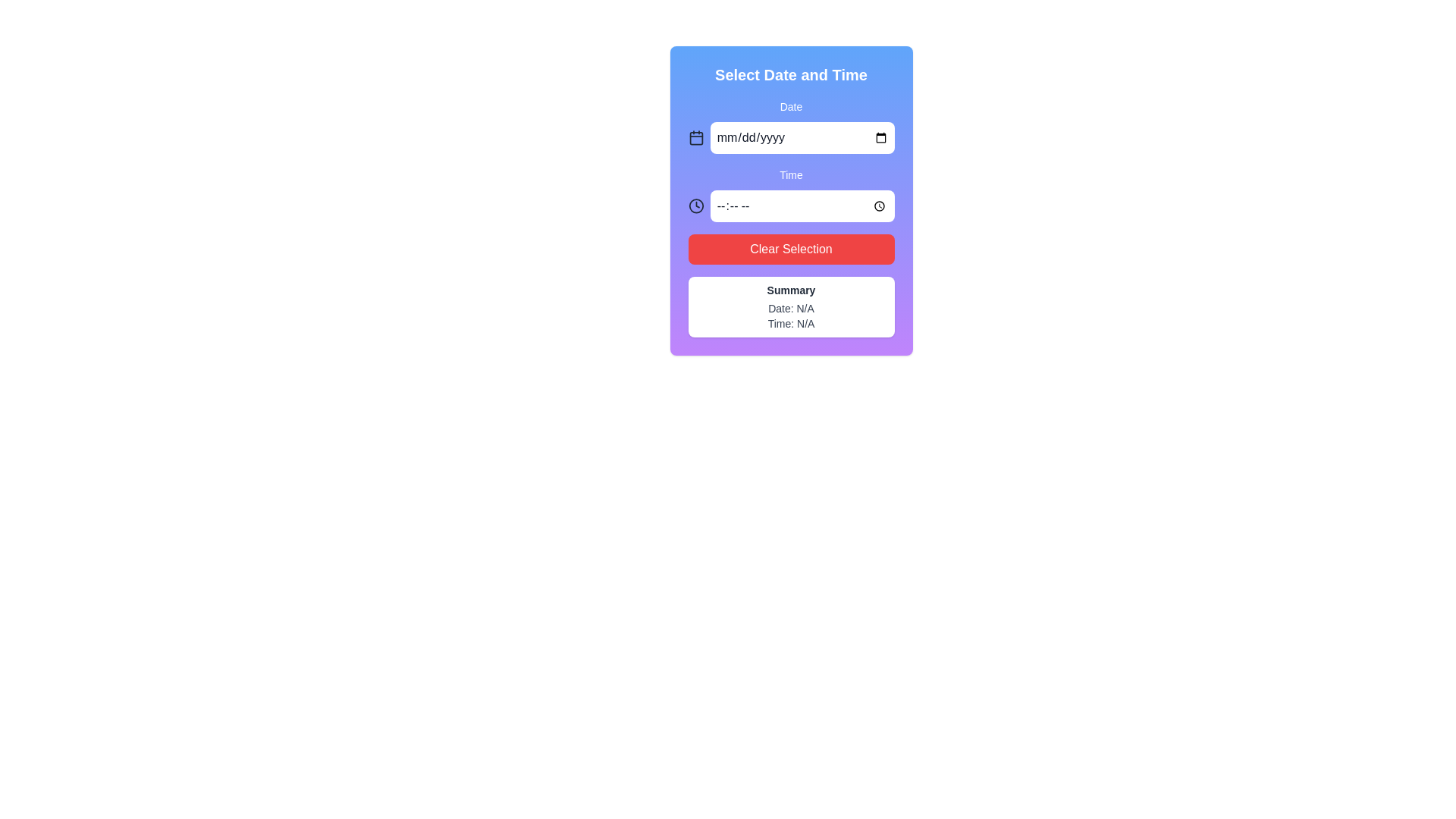 The width and height of the screenshot is (1456, 819). I want to click on the 'Clear Selection' button located in the Group component that contains a date picker, time picker, and summary displays, positioned below the title 'Select Date and Time', so click(790, 217).